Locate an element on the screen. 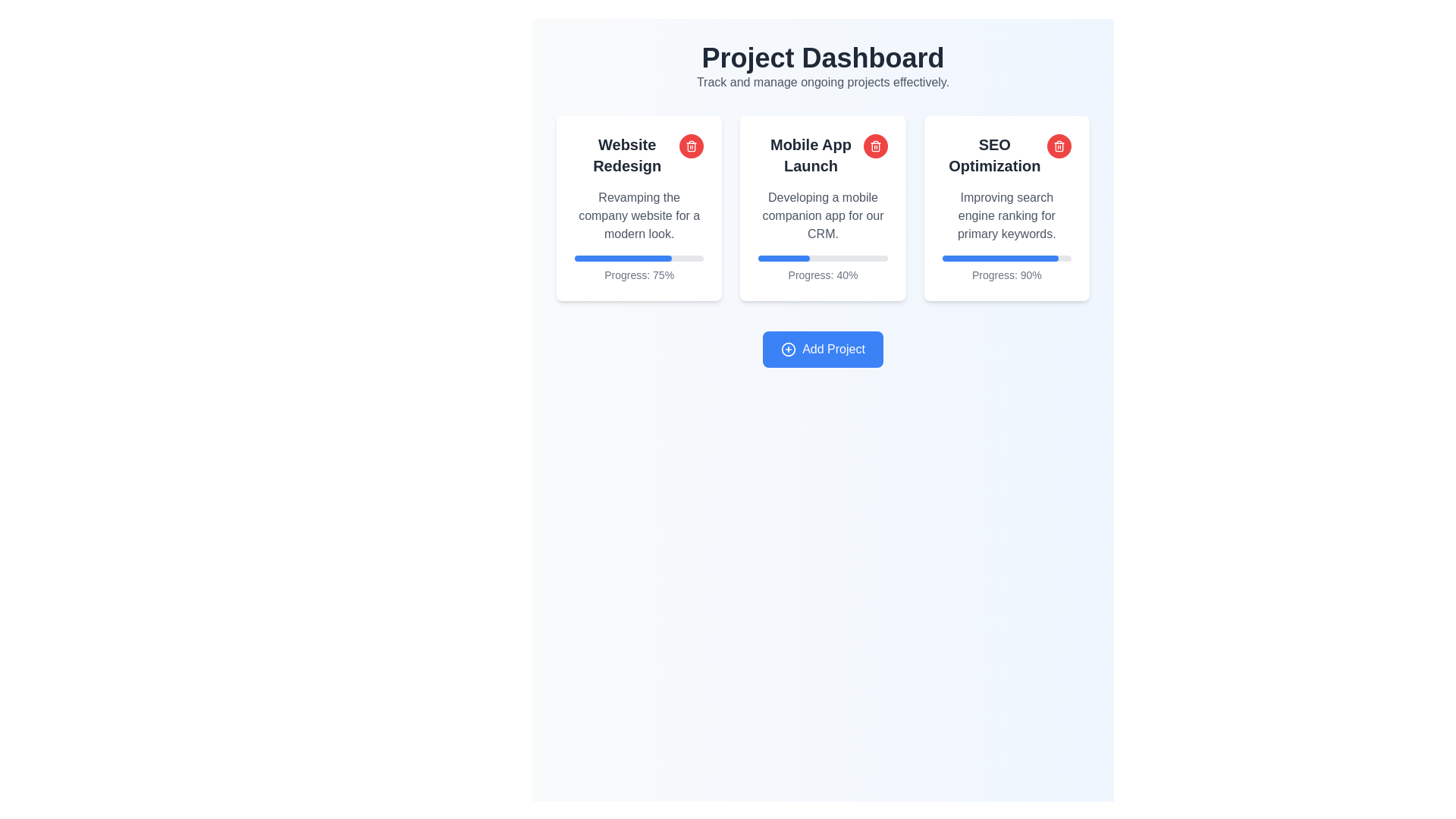  the progress percentage label in the 'Mobile App Launch' card, which is positioned below the progress bar and centered horizontally is located at coordinates (822, 275).